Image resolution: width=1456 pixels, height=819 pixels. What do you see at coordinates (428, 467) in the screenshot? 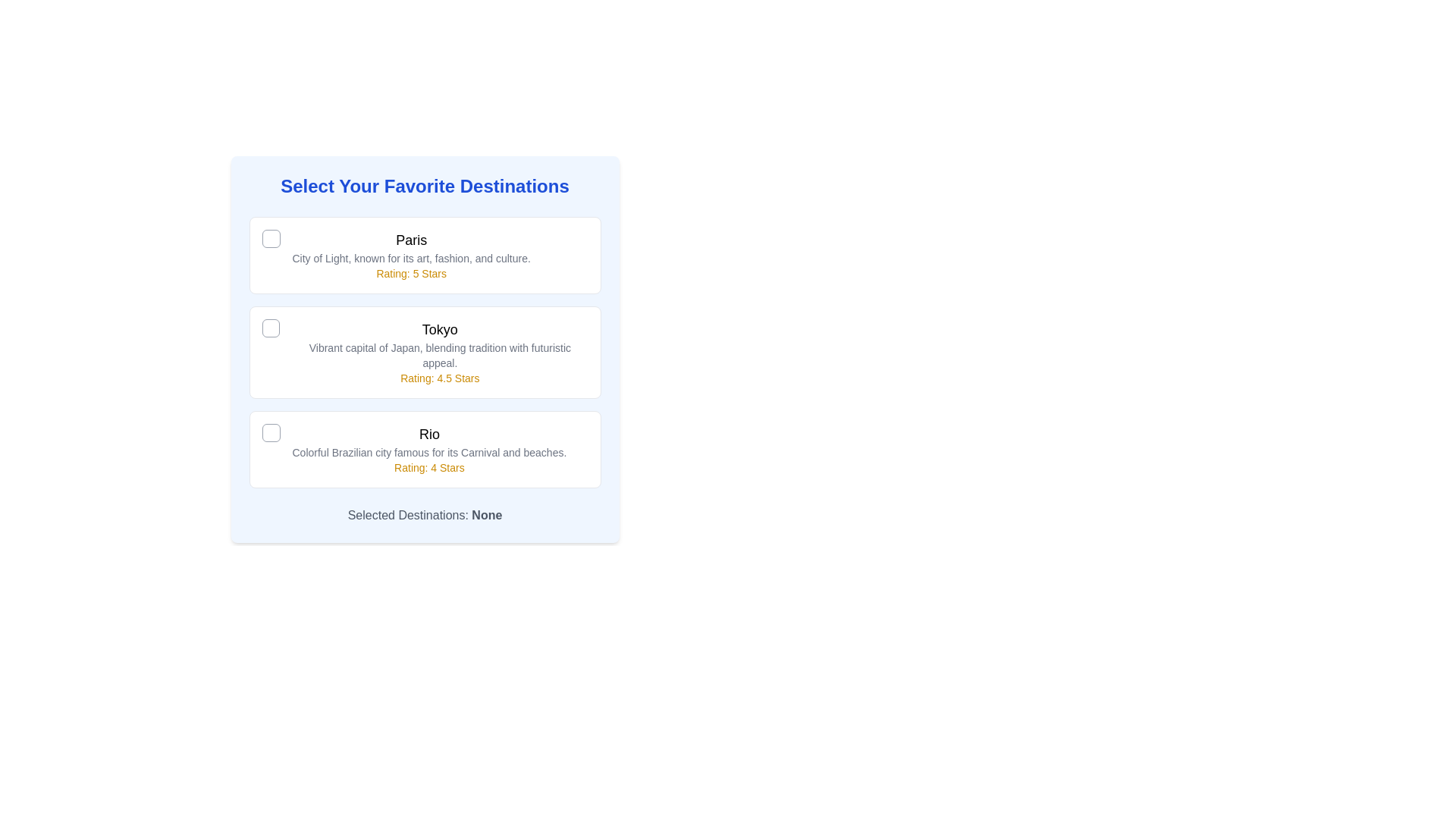
I see `the static text displaying the fixed rating value for the 'Rio' destination, located in the third section of the vertical list layout` at bounding box center [428, 467].